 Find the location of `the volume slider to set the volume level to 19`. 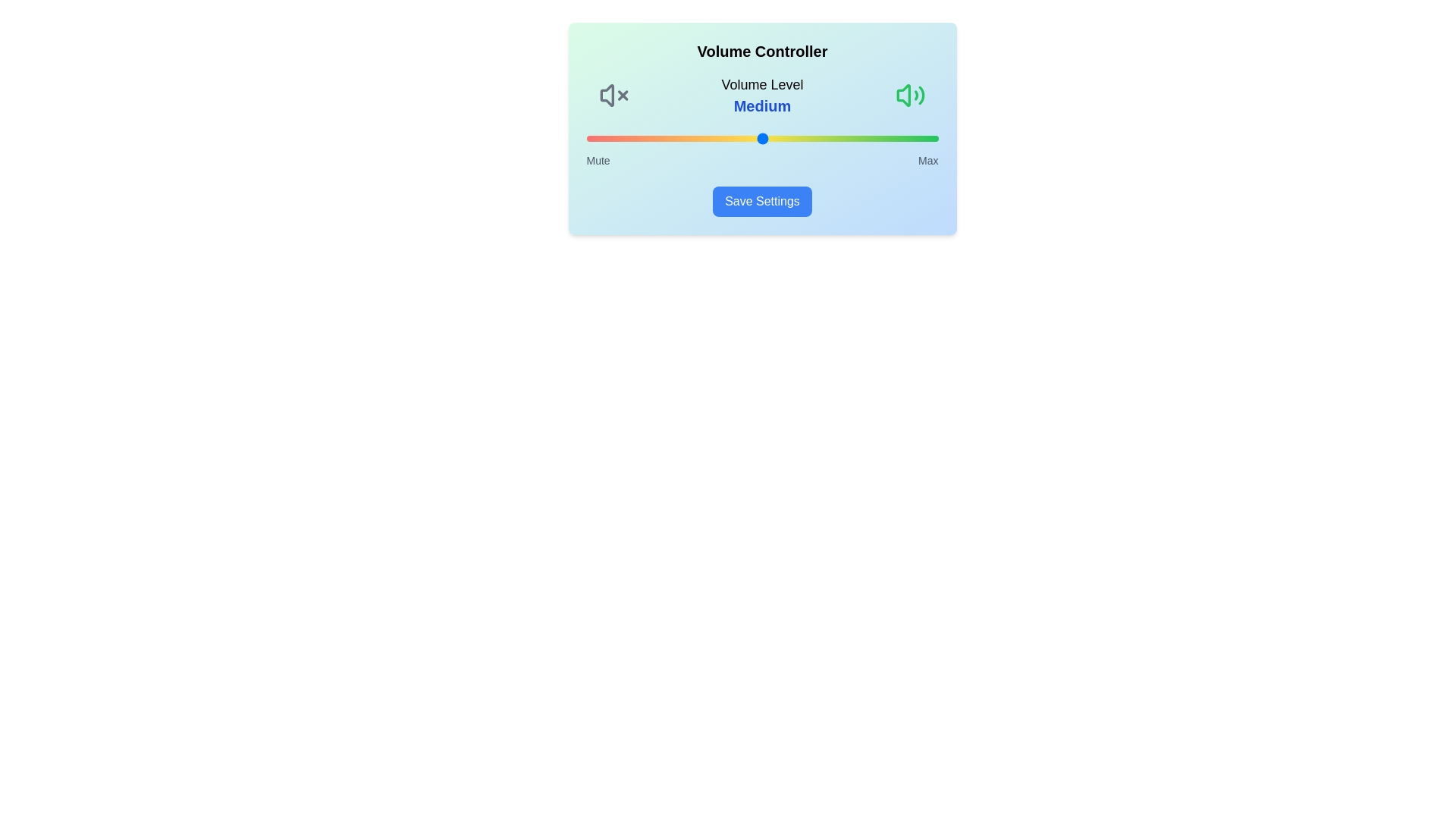

the volume slider to set the volume level to 19 is located at coordinates (653, 138).